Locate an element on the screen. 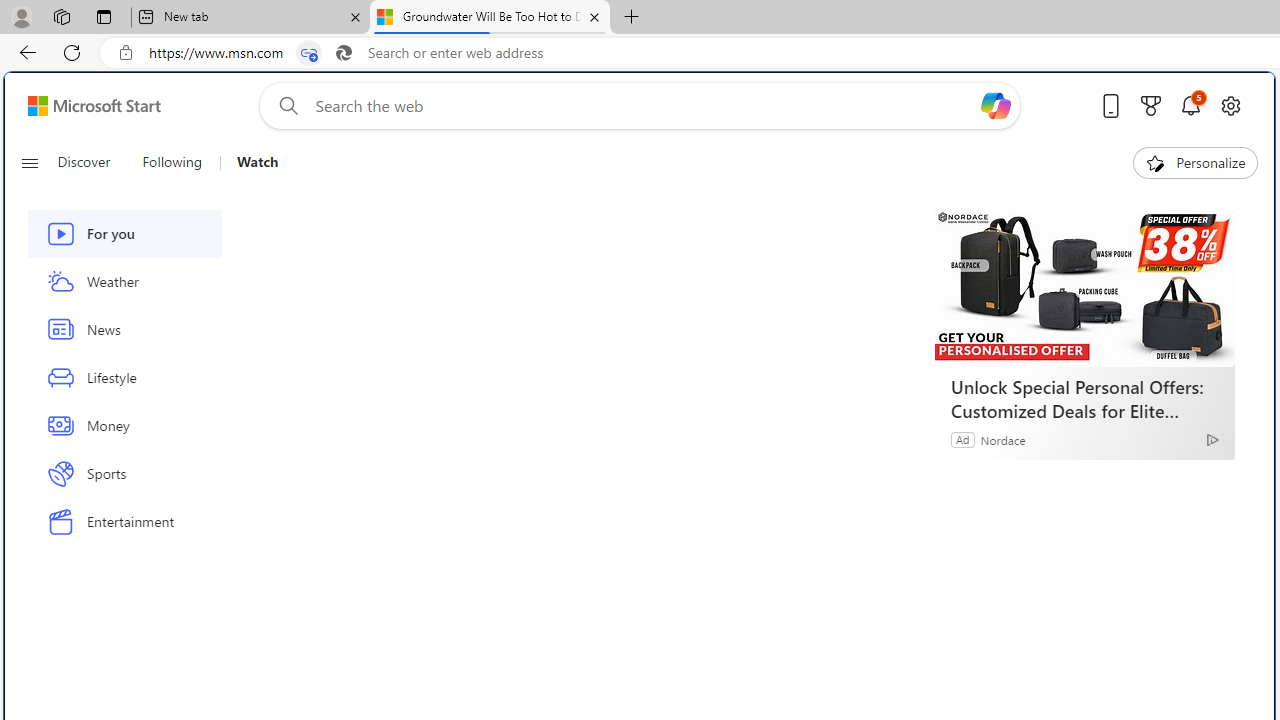 This screenshot has width=1280, height=720. 'Web search' is located at coordinates (283, 105).